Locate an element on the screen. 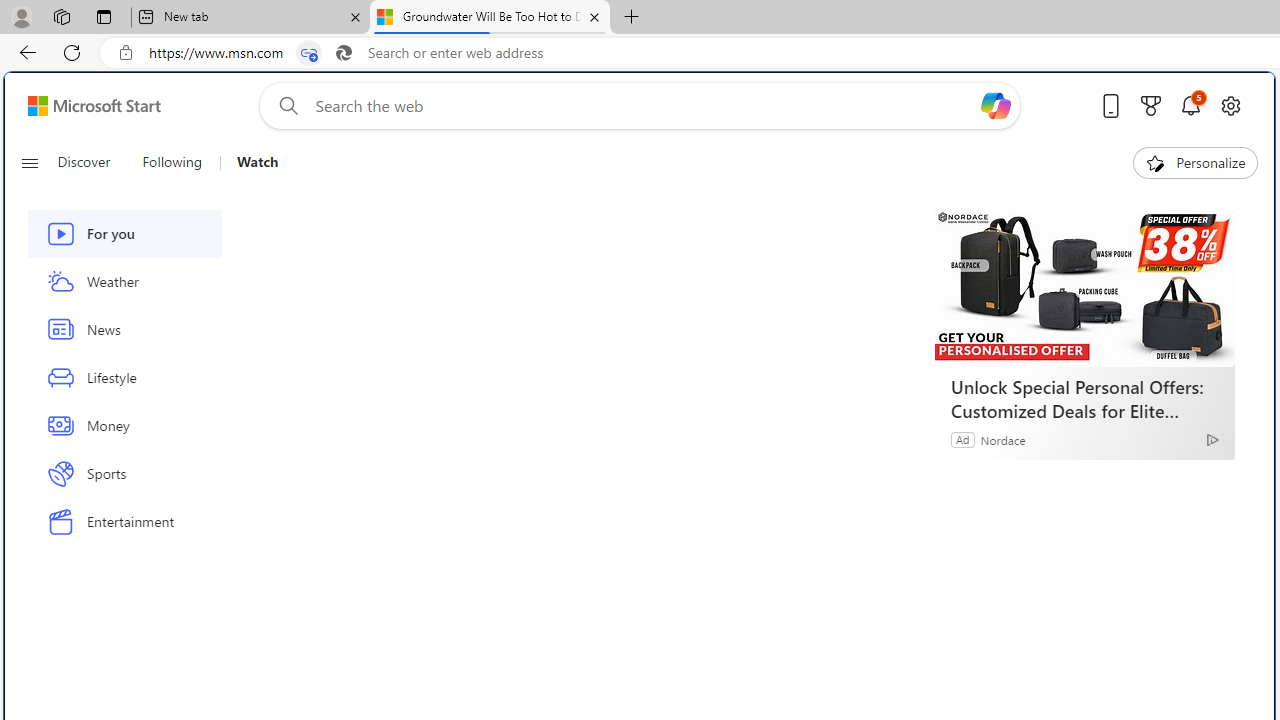 This screenshot has width=1280, height=720. 'Web search' is located at coordinates (283, 105).